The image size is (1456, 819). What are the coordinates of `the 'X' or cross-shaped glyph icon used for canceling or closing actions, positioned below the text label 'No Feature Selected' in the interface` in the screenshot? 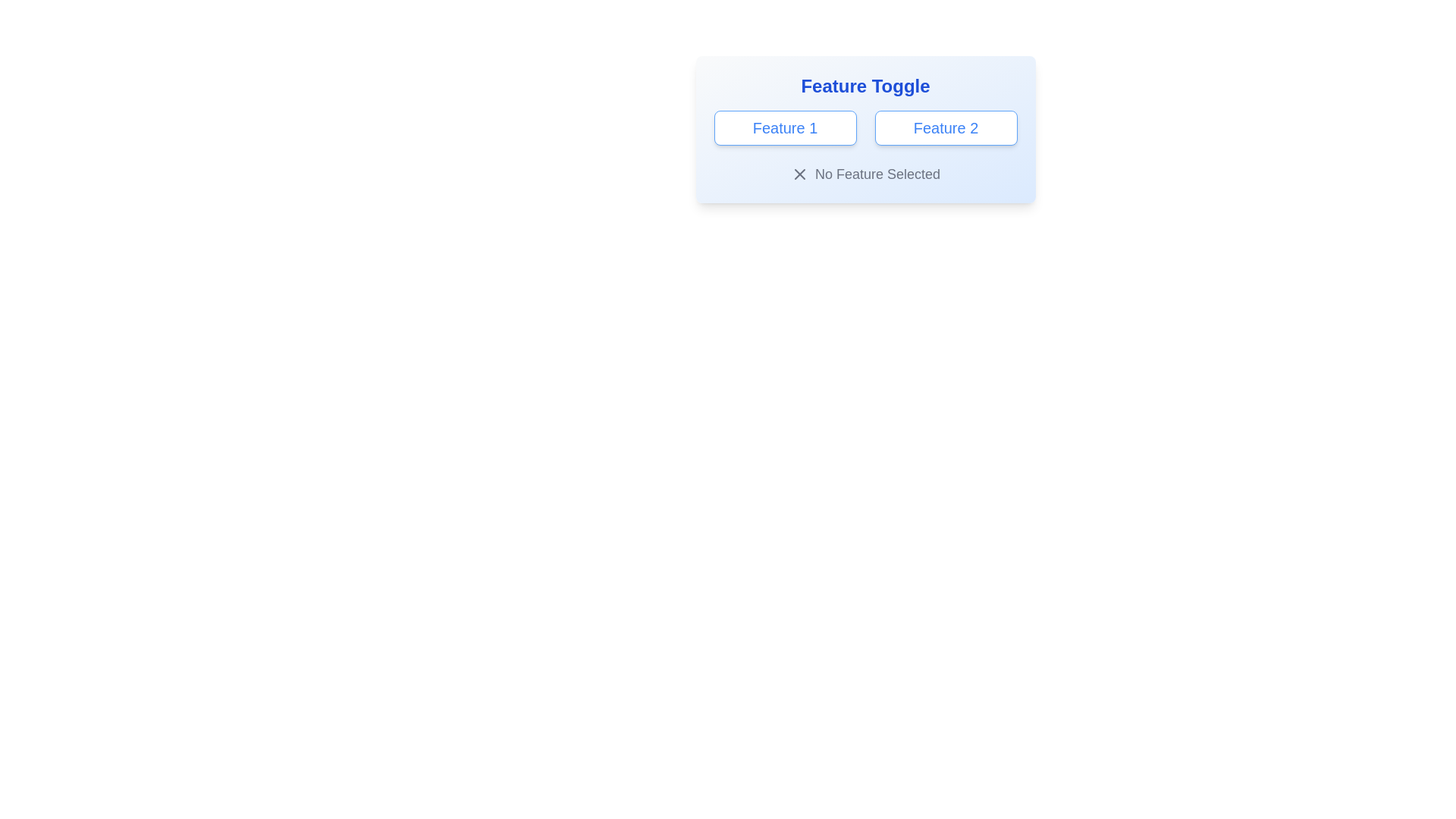 It's located at (799, 174).